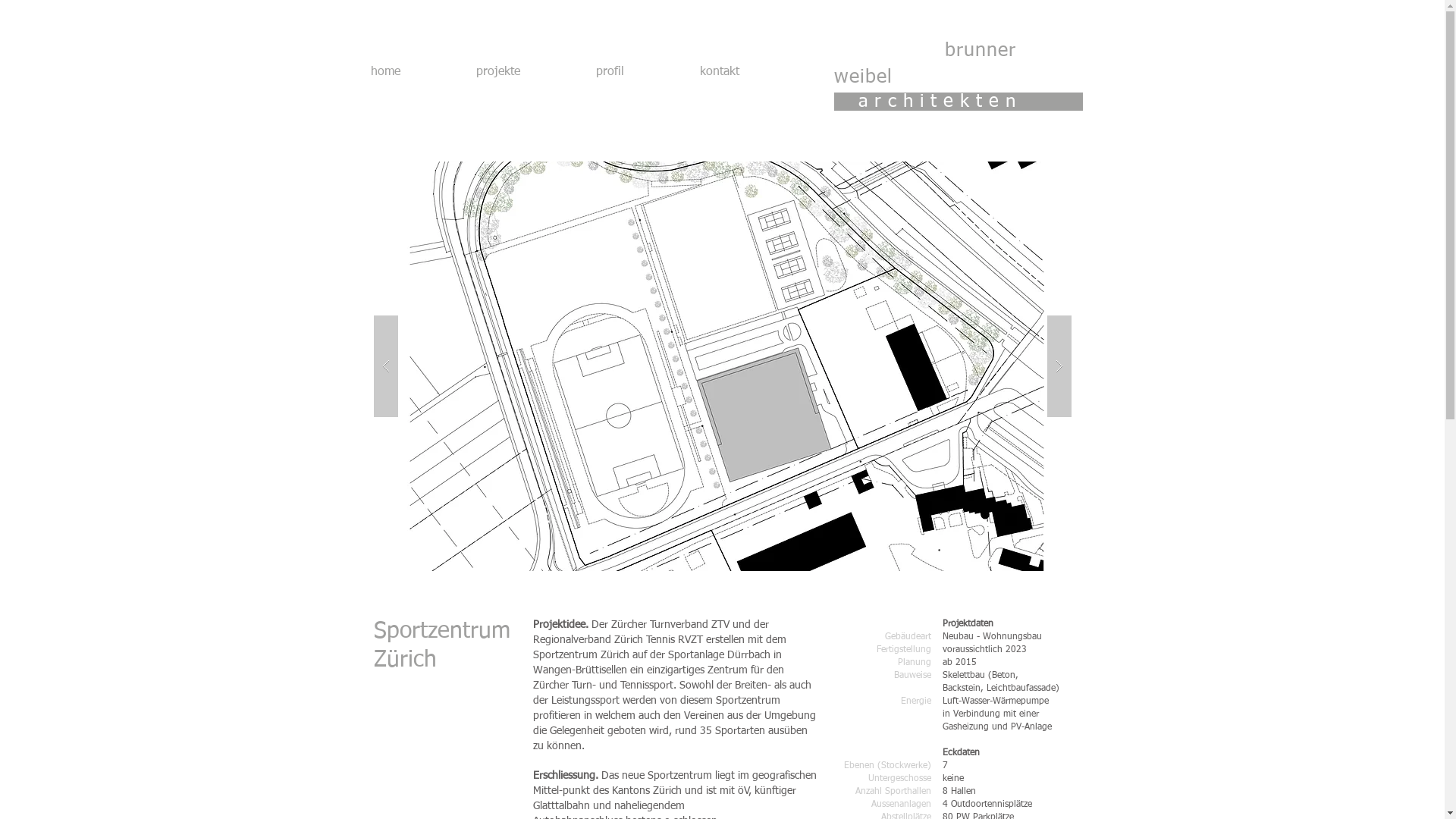  I want to click on '                    ', so click(889, 51).